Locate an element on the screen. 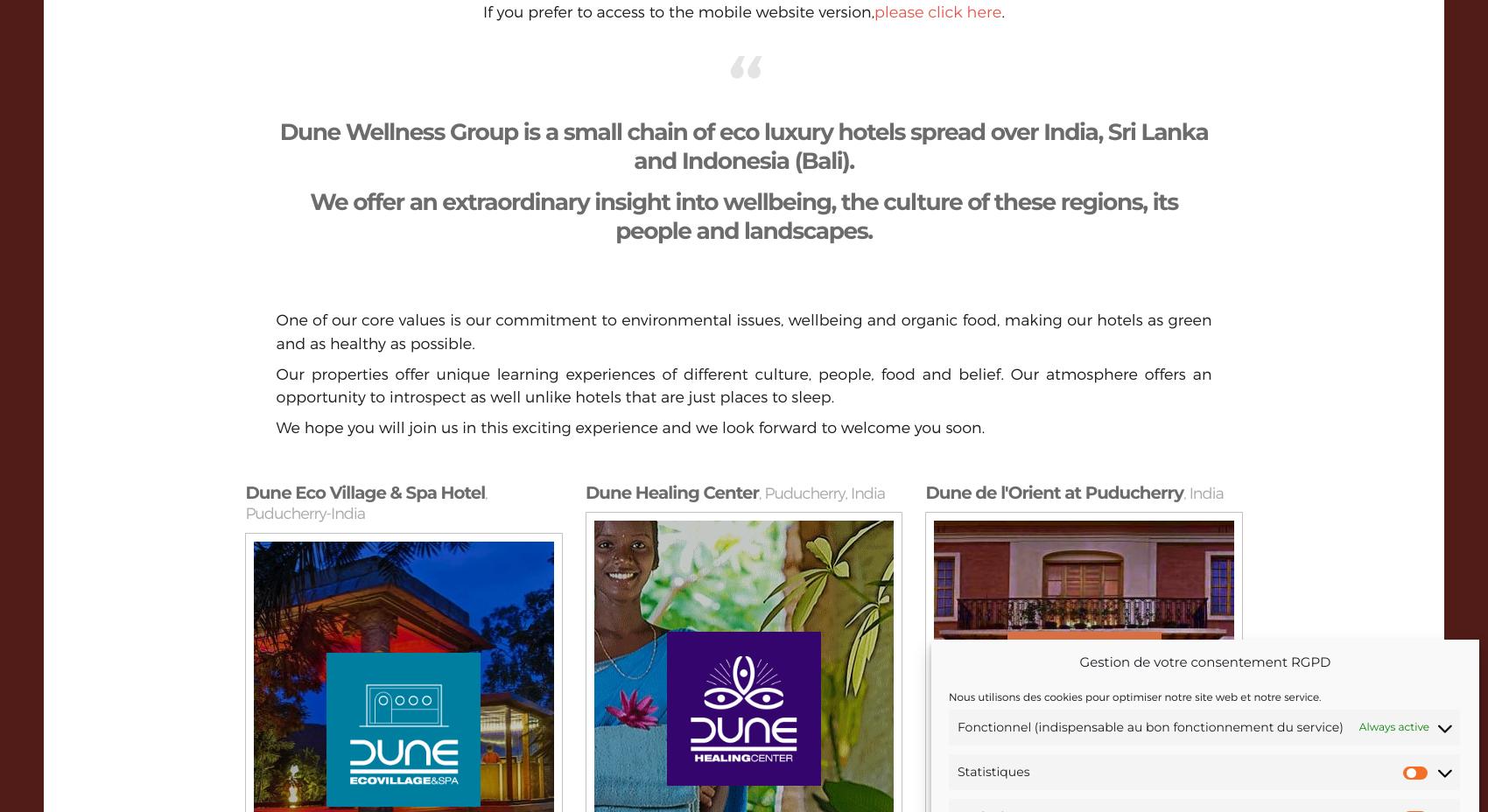  'Dune Wellness Group is a small chain of eco luxury hotels spread over India, Sri Lanka and Indonesia (Bali).' is located at coordinates (742, 146).